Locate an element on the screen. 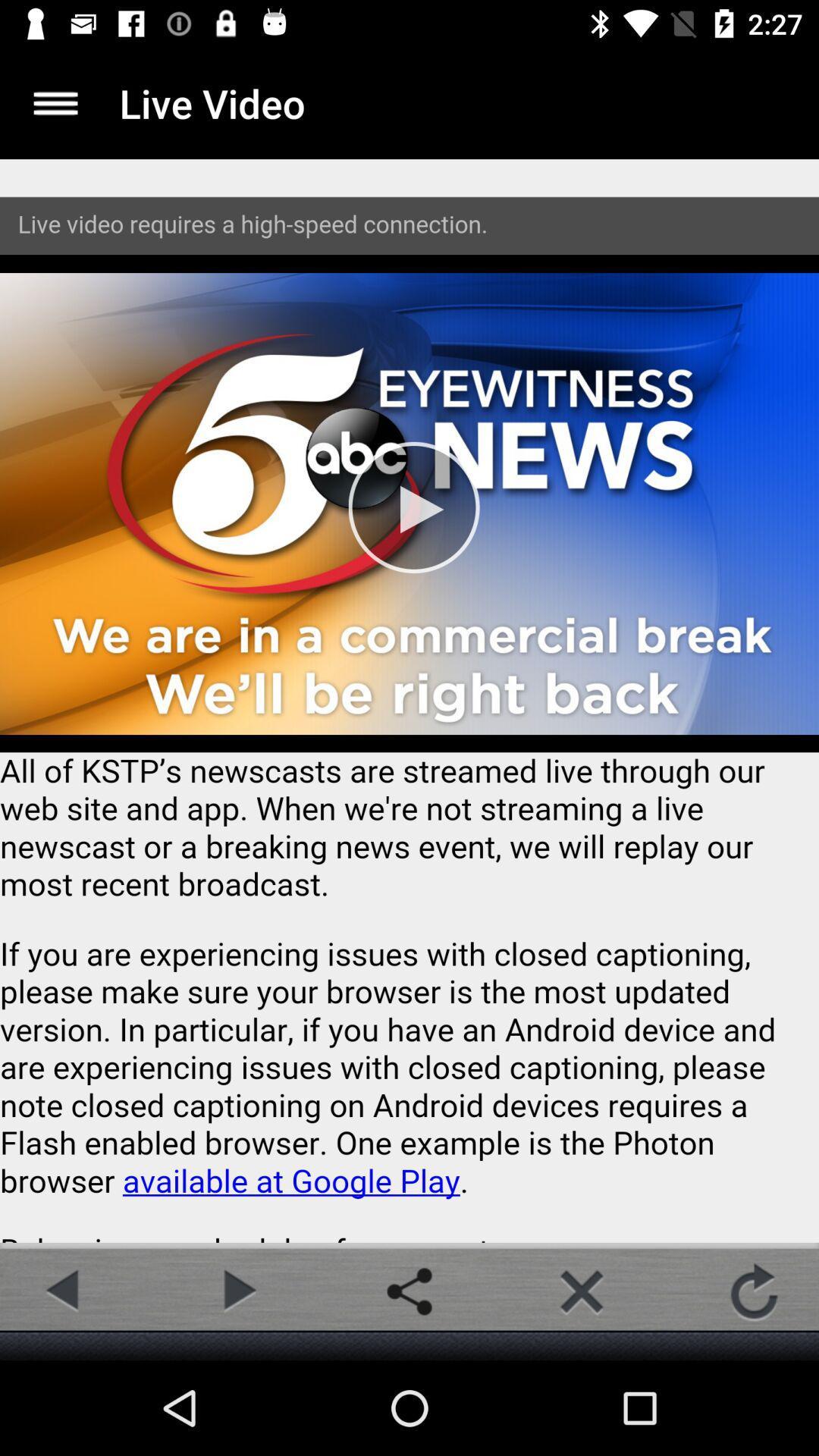  play is located at coordinates (237, 1291).